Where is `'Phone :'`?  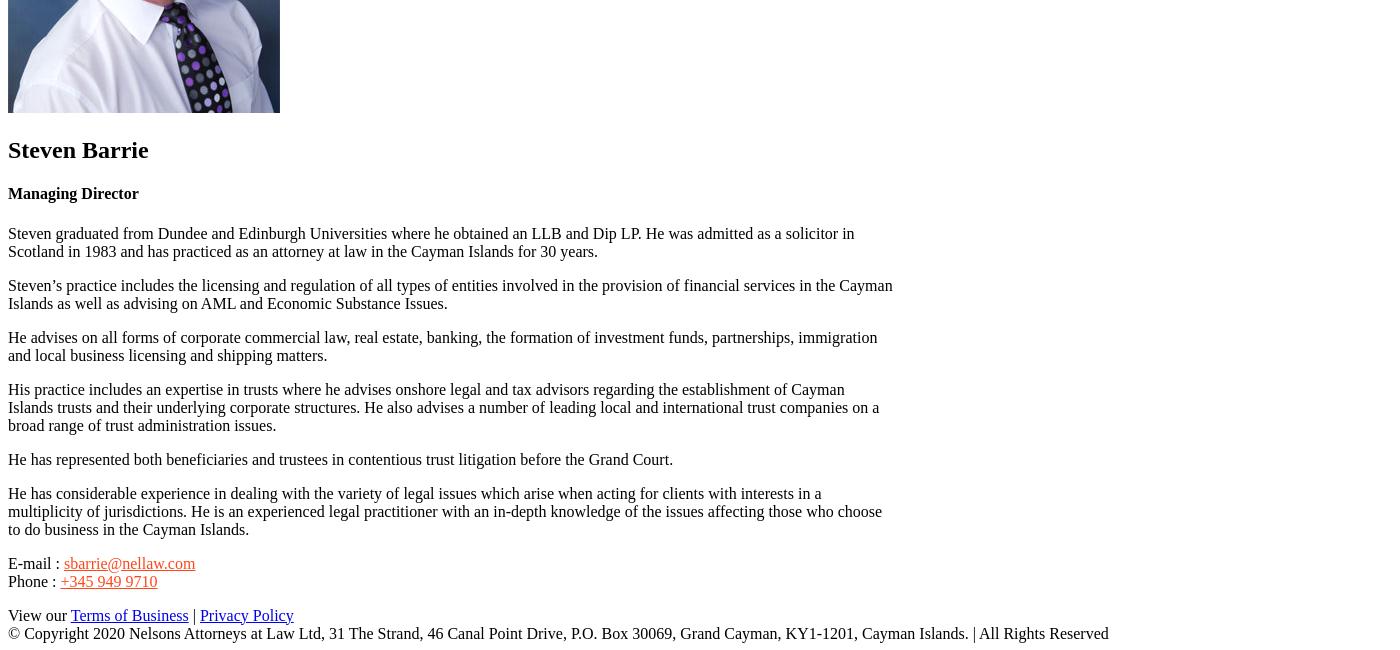 'Phone :' is located at coordinates (34, 579).